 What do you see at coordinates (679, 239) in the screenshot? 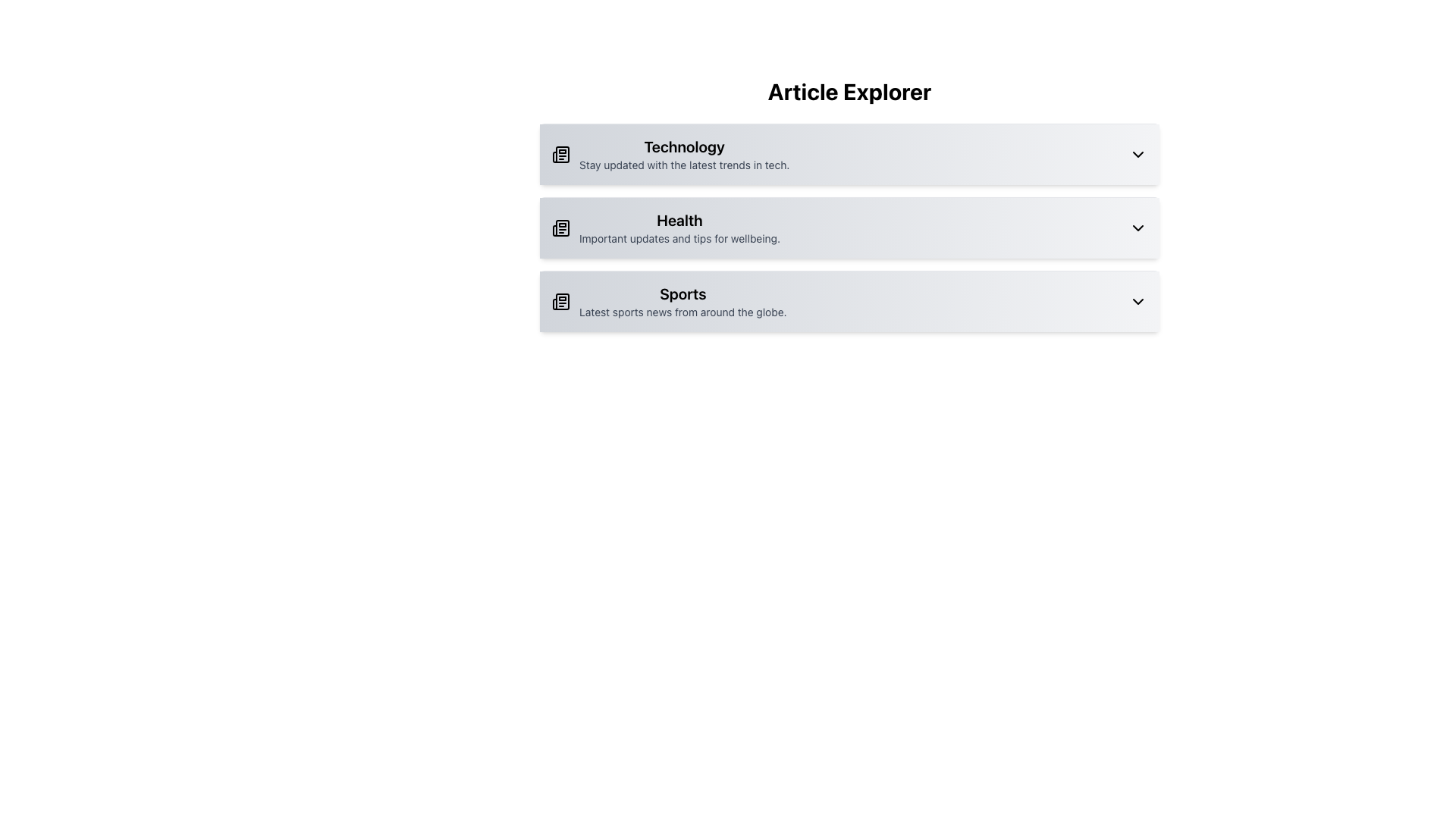
I see `text content located directly below the 'Health' title, which provides a brief description or summary related to the 'Health' section` at bounding box center [679, 239].